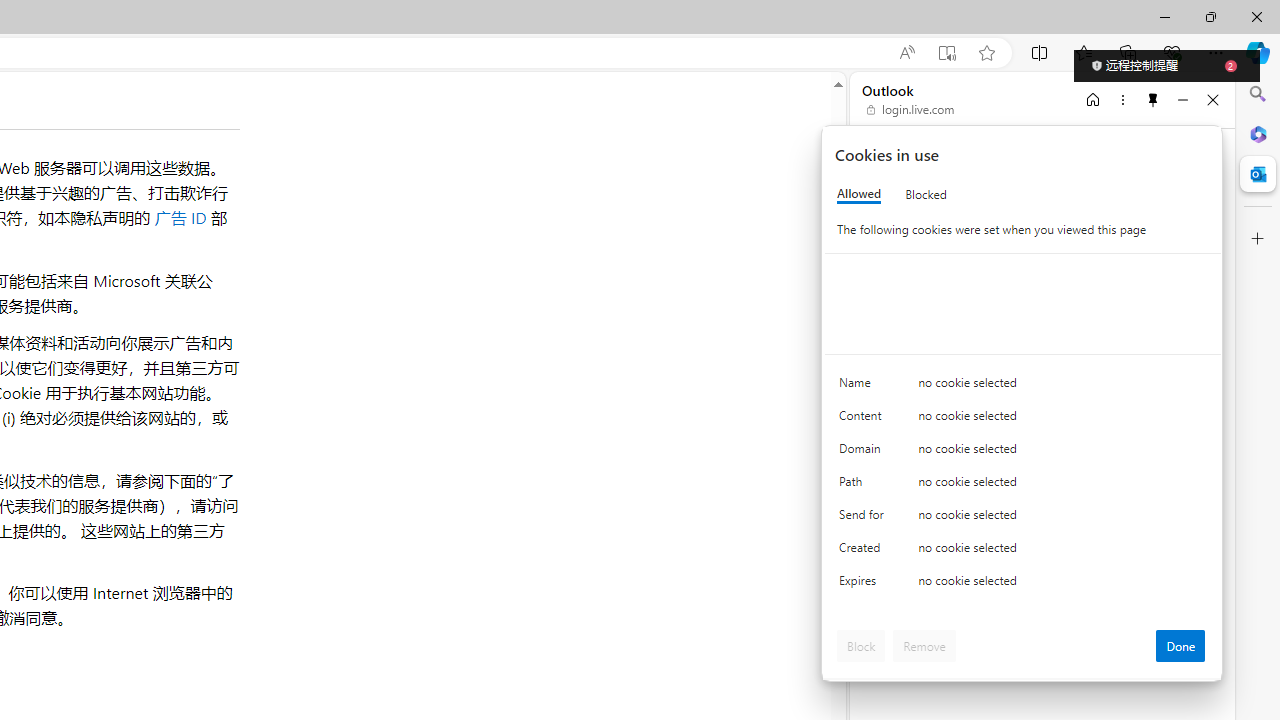 The image size is (1280, 720). Describe the element at coordinates (925, 194) in the screenshot. I see `'Blocked'` at that location.